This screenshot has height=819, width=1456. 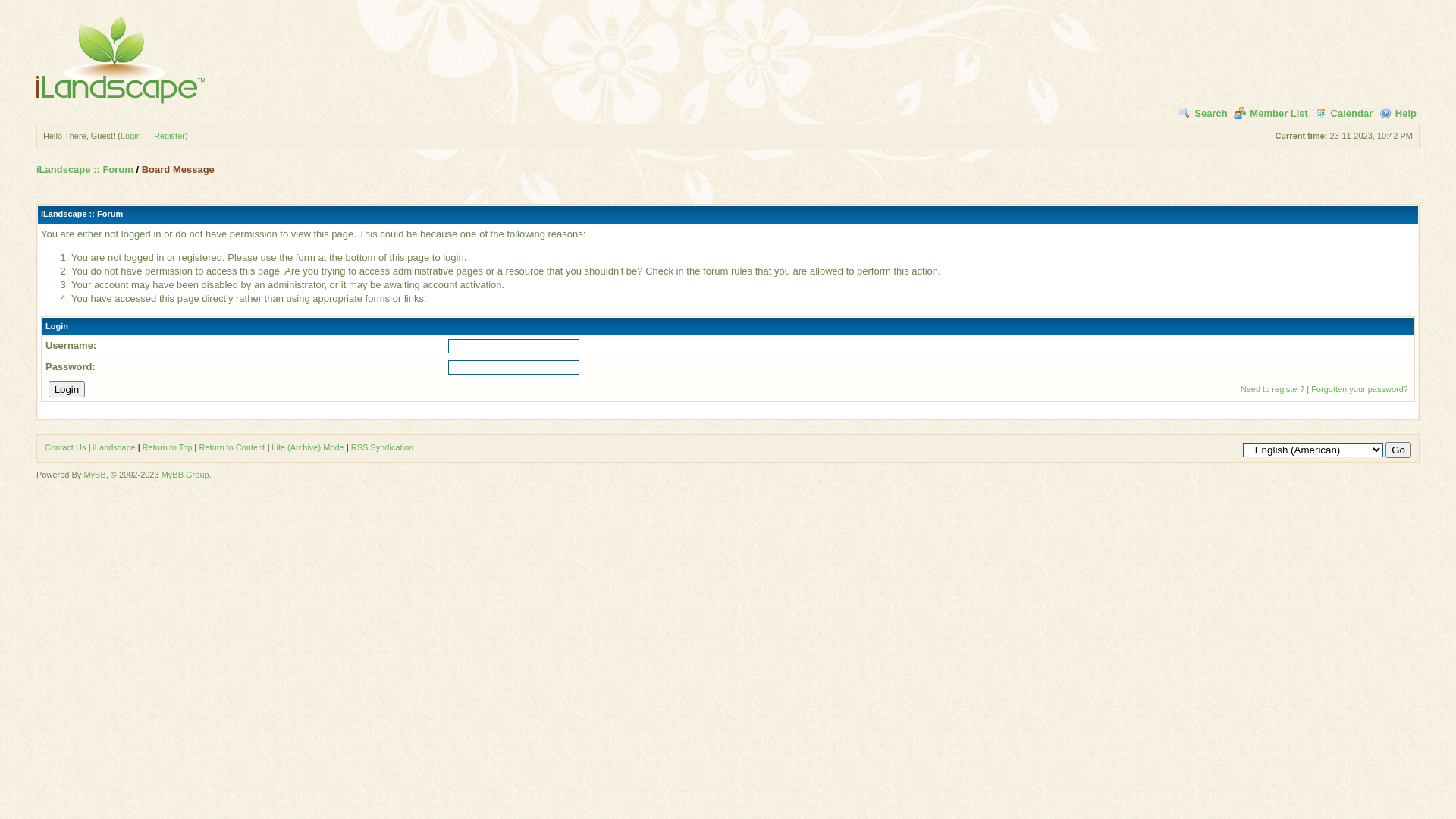 I want to click on 'Register', so click(x=153, y=134).